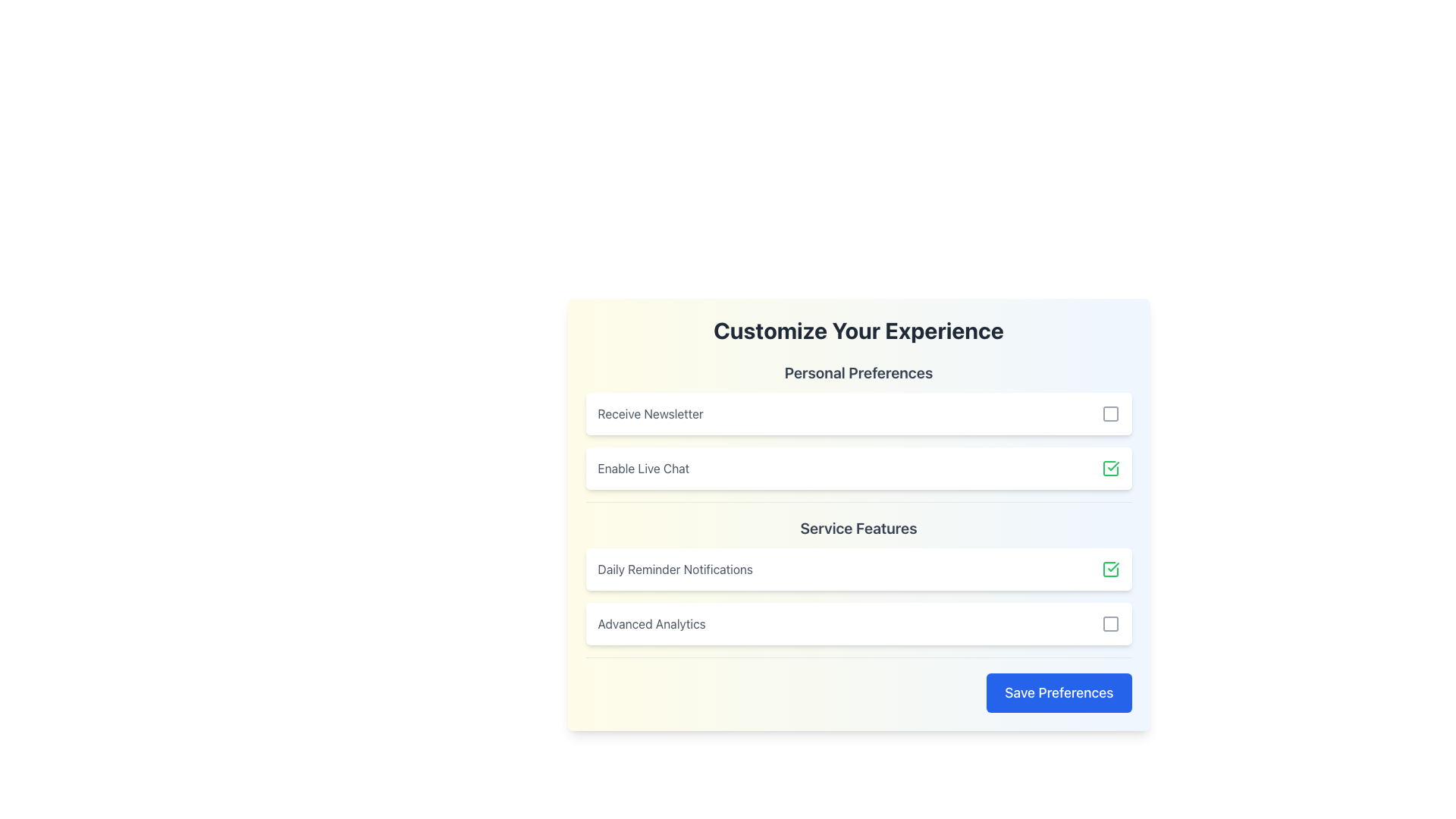  What do you see at coordinates (1110, 467) in the screenshot?
I see `the checked status SVG graphical element of the 'Enable Live Chat' checkbox located in the second row under 'Personal Preferences' in the 'Customize Your Experience' settings form` at bounding box center [1110, 467].